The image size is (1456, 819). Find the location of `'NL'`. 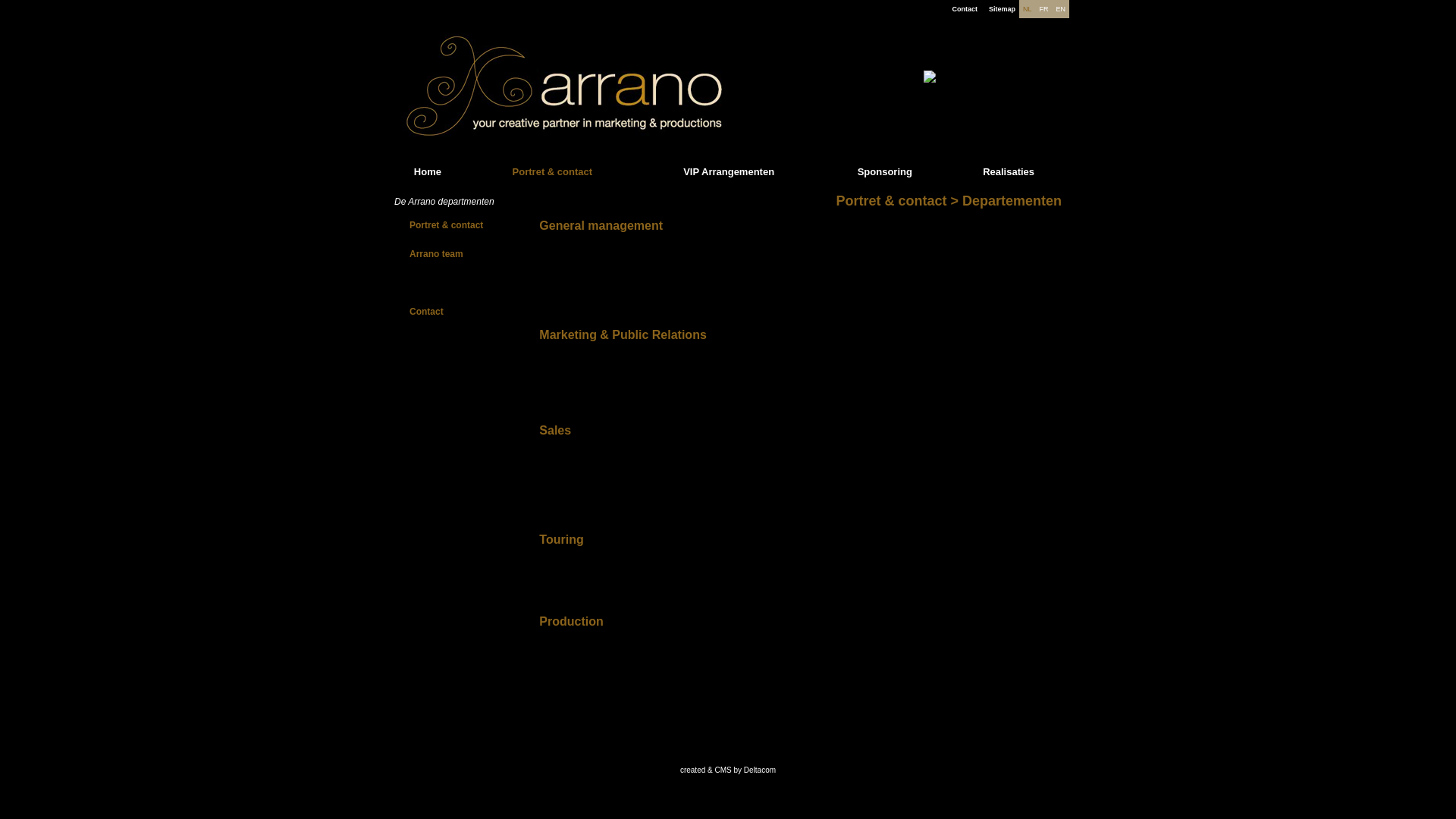

'NL' is located at coordinates (1022, 8).